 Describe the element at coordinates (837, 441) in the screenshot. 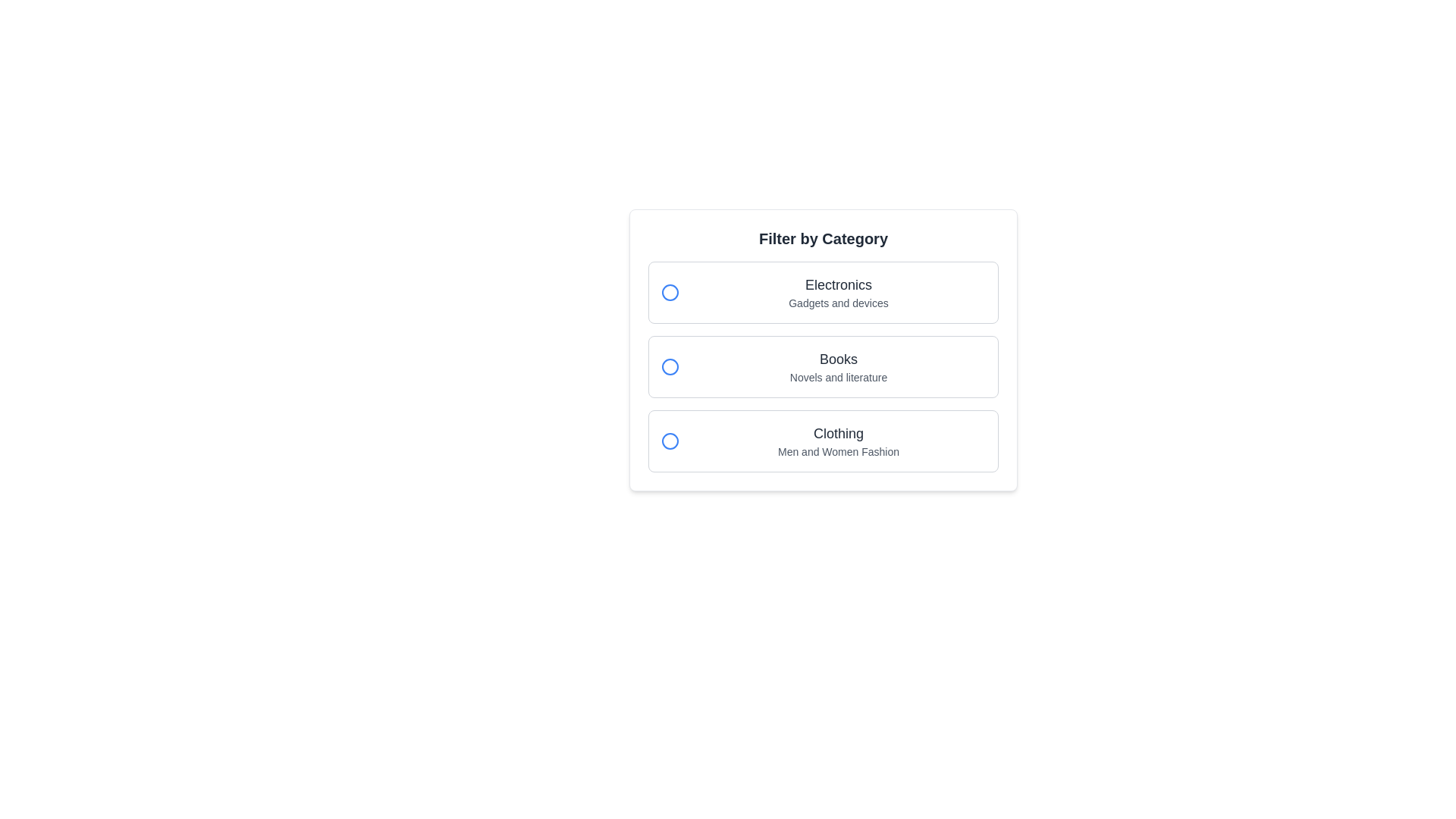

I see `the 'Clothing' category label in the filter options` at that location.